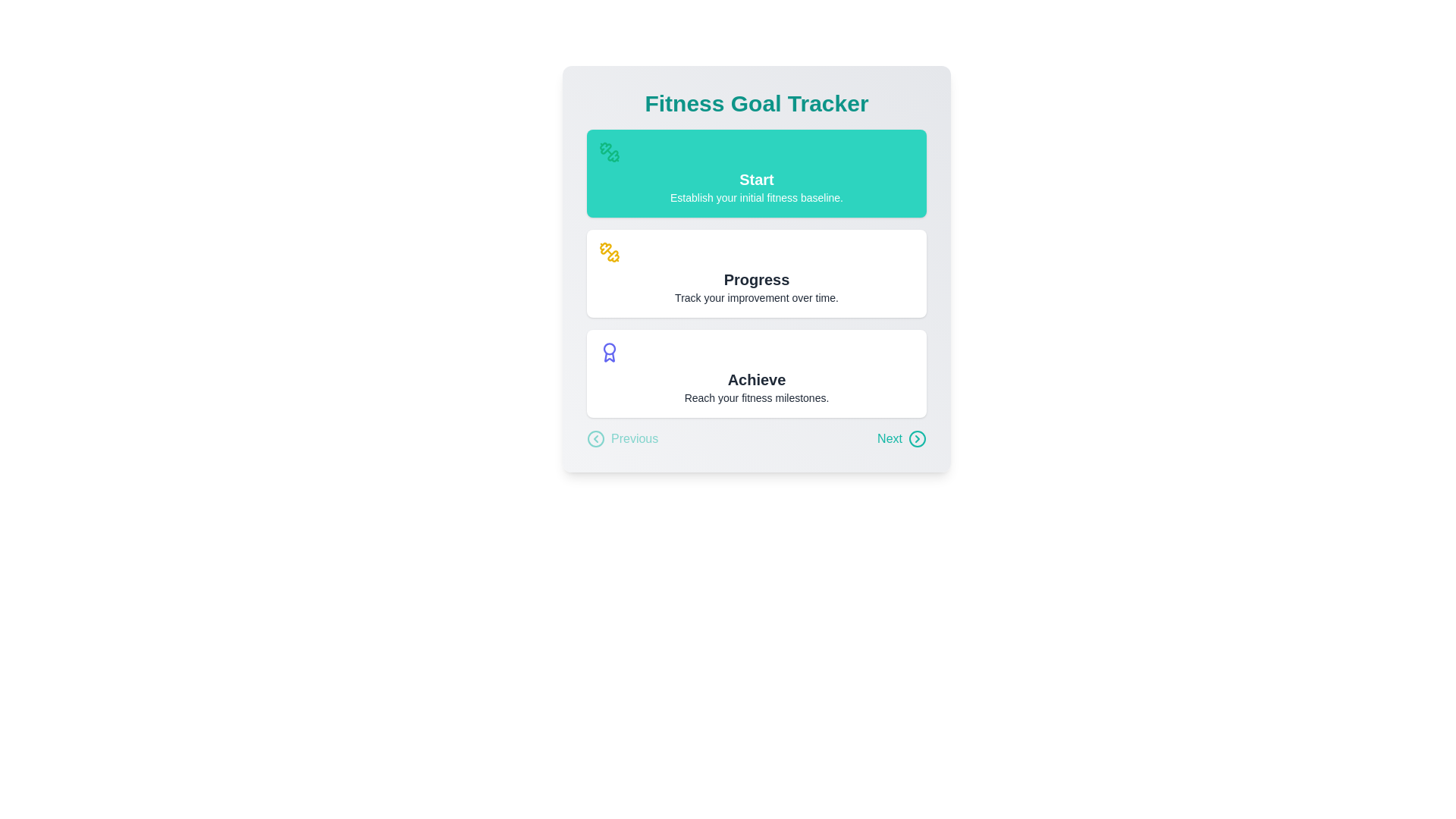 The image size is (1456, 819). Describe the element at coordinates (916, 438) in the screenshot. I see `the circular teal icon with a rightward-pointing chevron located to the right of the 'Next' text in the bottom-right corner of the interface to proceed` at that location.